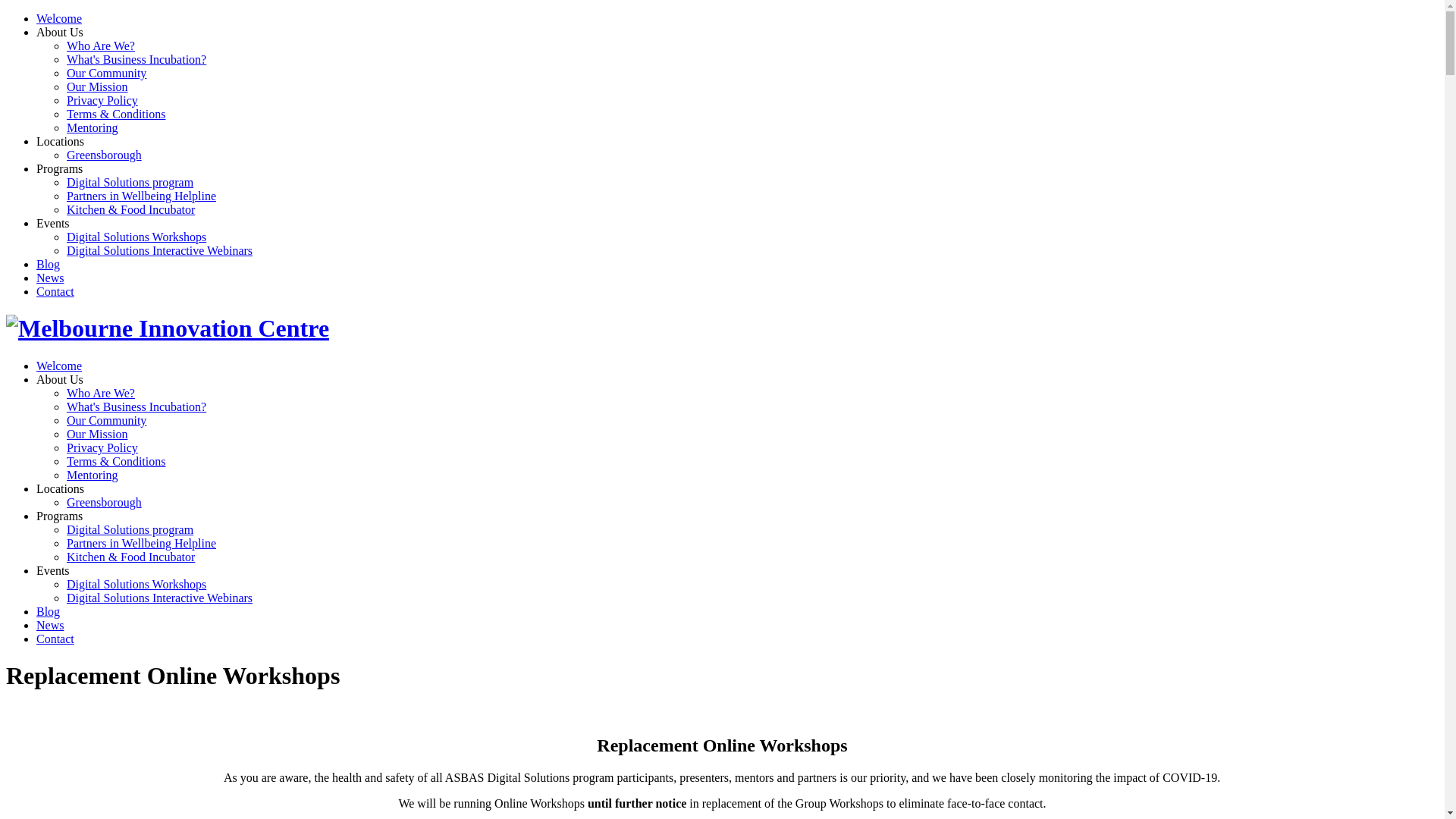 The width and height of the screenshot is (1456, 819). What do you see at coordinates (48, 610) in the screenshot?
I see `'Blog'` at bounding box center [48, 610].